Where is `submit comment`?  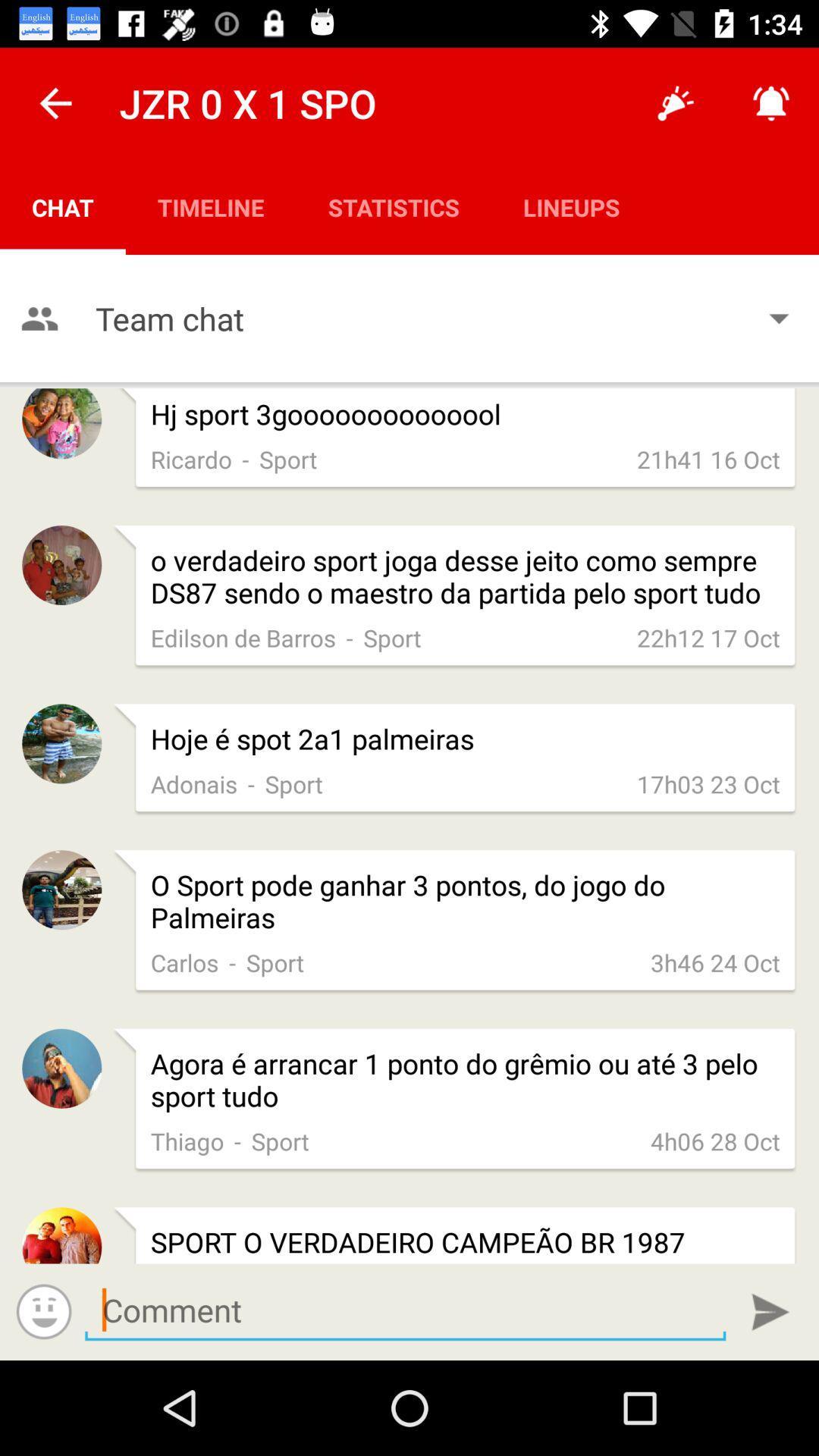
submit comment is located at coordinates (770, 1311).